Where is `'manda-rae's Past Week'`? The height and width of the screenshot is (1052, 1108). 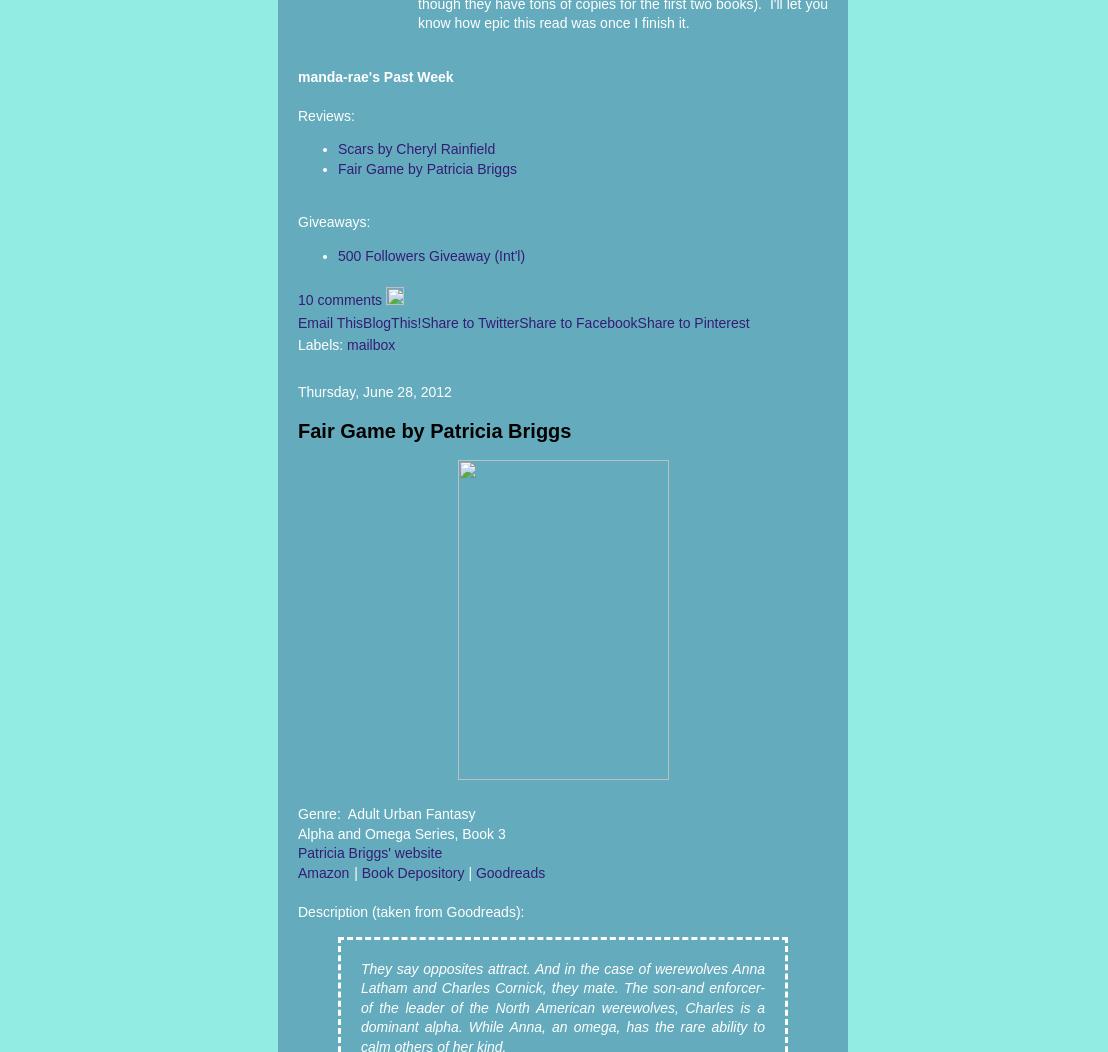
'manda-rae's Past Week' is located at coordinates (375, 74).